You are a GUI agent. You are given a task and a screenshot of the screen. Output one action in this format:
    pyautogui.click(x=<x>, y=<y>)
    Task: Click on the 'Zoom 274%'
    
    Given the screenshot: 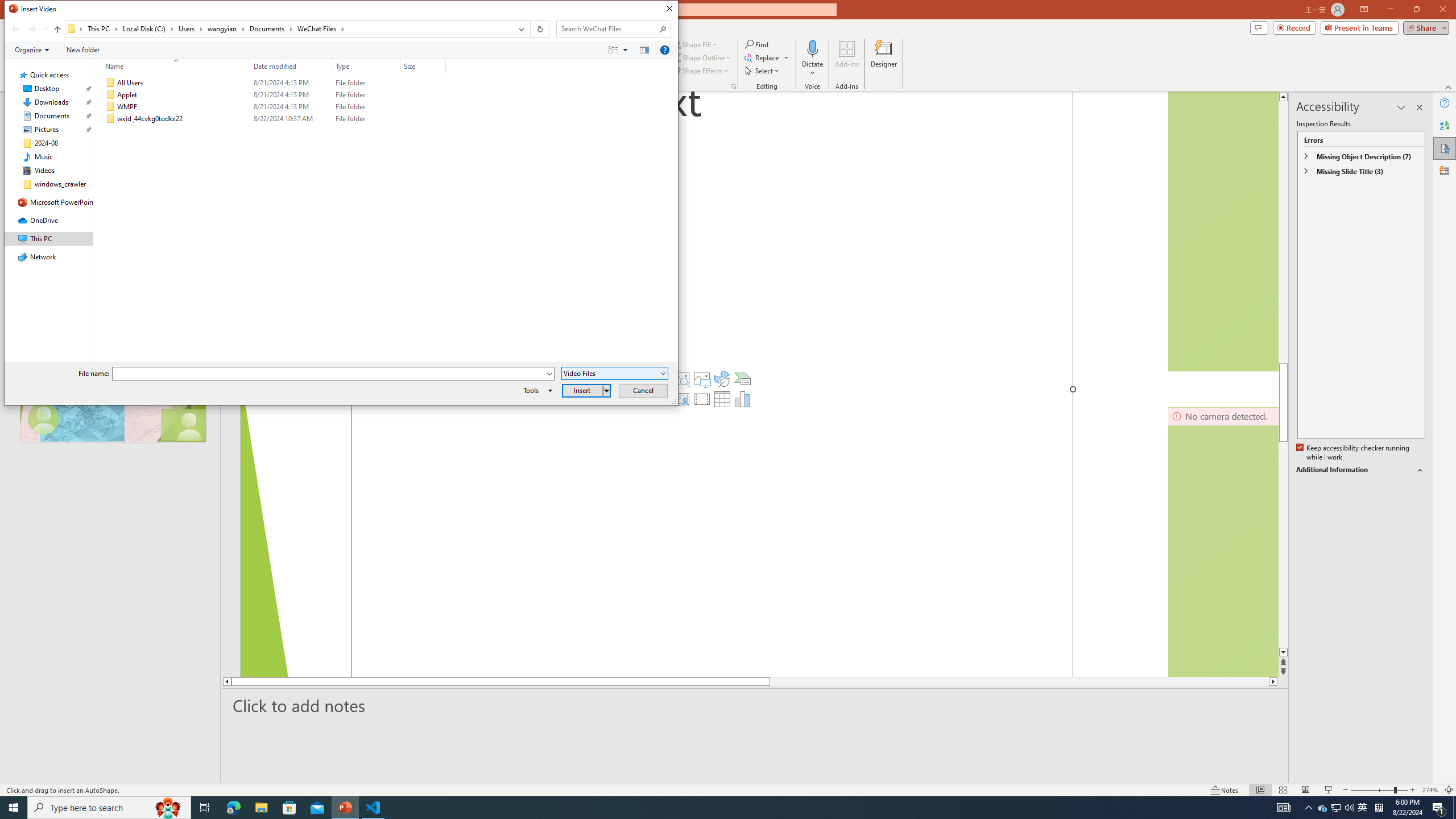 What is the action you would take?
    pyautogui.click(x=1430, y=790)
    